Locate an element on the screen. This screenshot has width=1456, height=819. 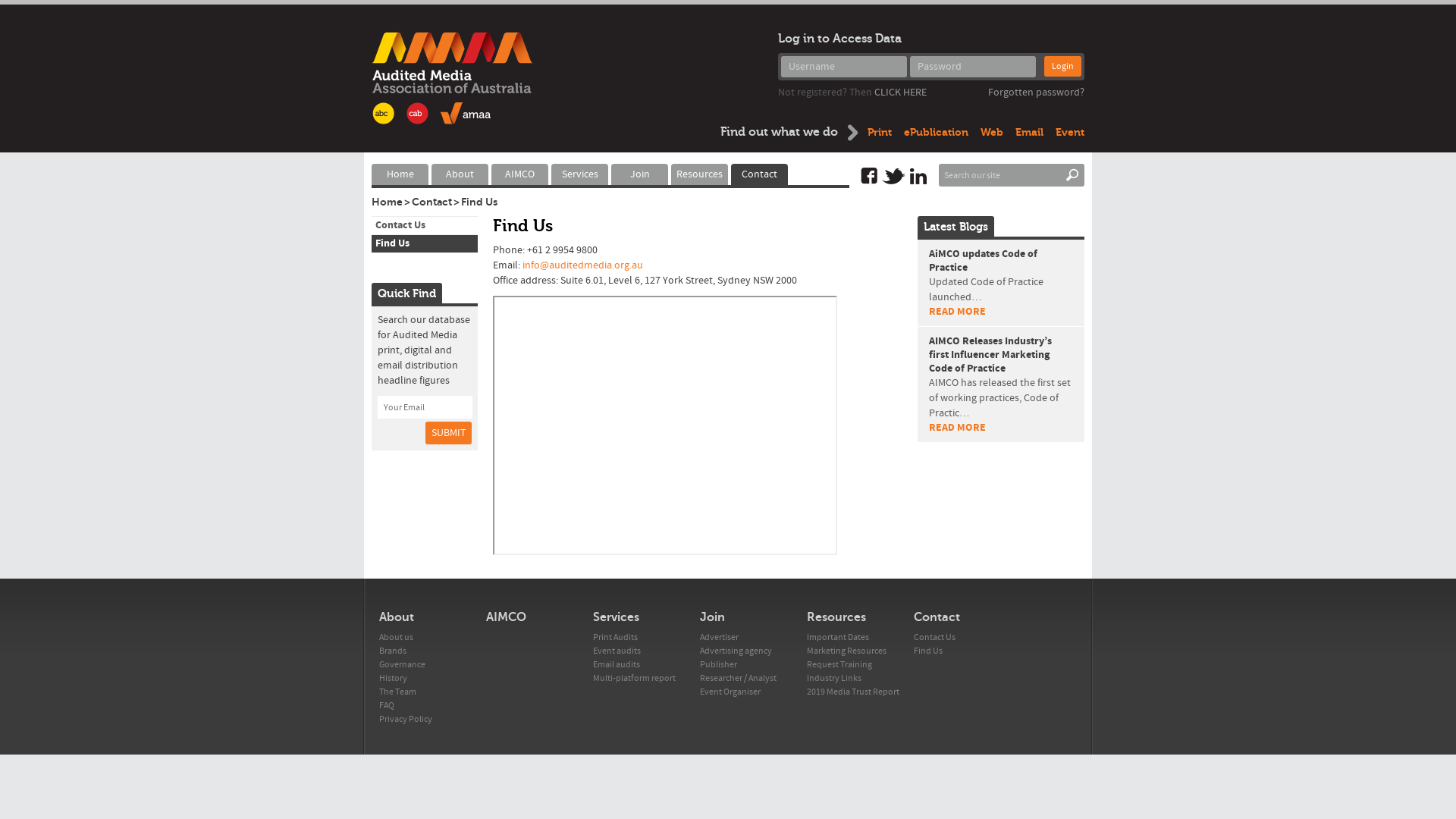
'READ MORE' is located at coordinates (956, 311).